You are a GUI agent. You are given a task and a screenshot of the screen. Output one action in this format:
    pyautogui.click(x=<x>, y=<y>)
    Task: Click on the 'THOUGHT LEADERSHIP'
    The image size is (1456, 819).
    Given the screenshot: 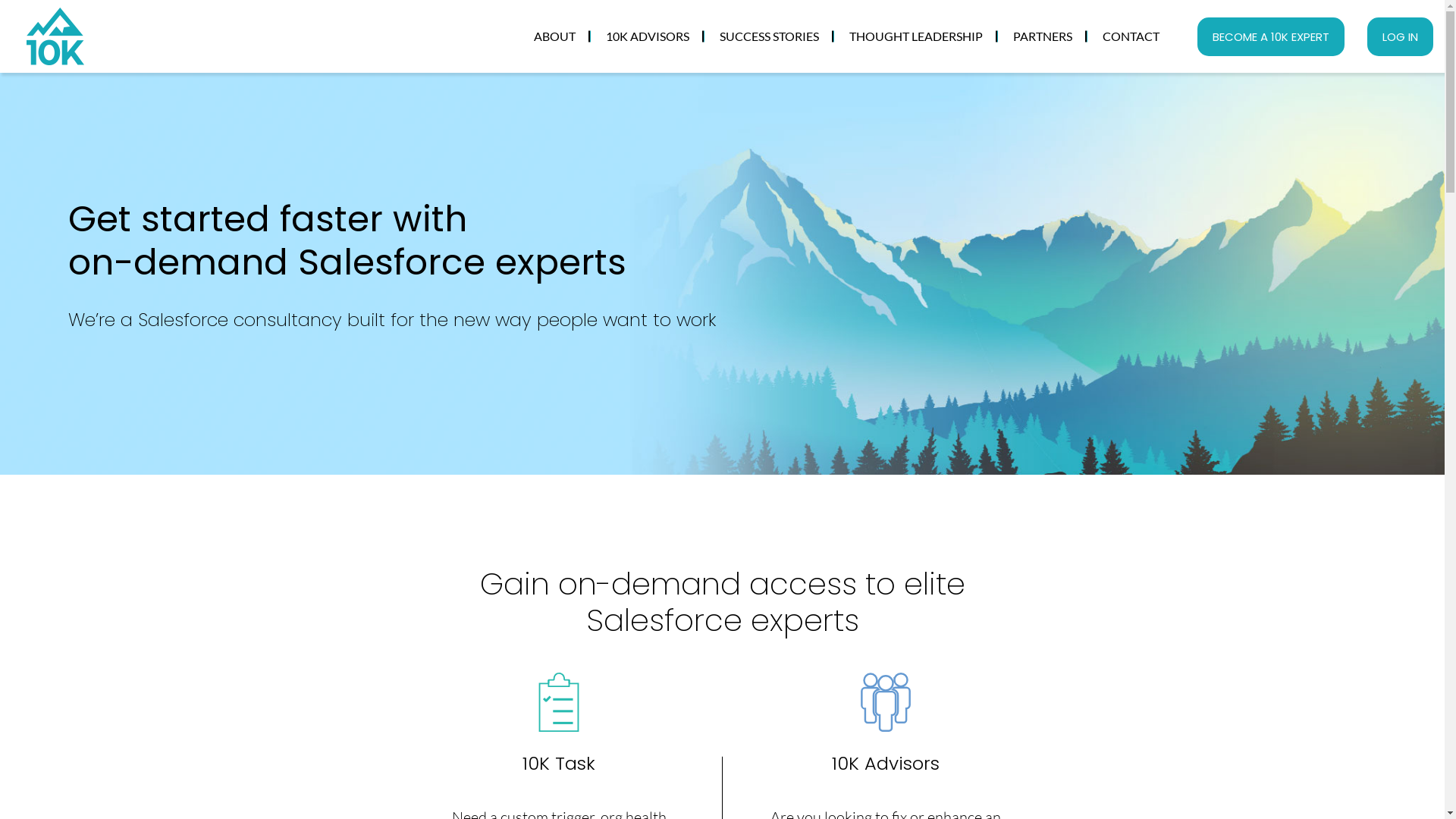 What is the action you would take?
    pyautogui.click(x=915, y=35)
    